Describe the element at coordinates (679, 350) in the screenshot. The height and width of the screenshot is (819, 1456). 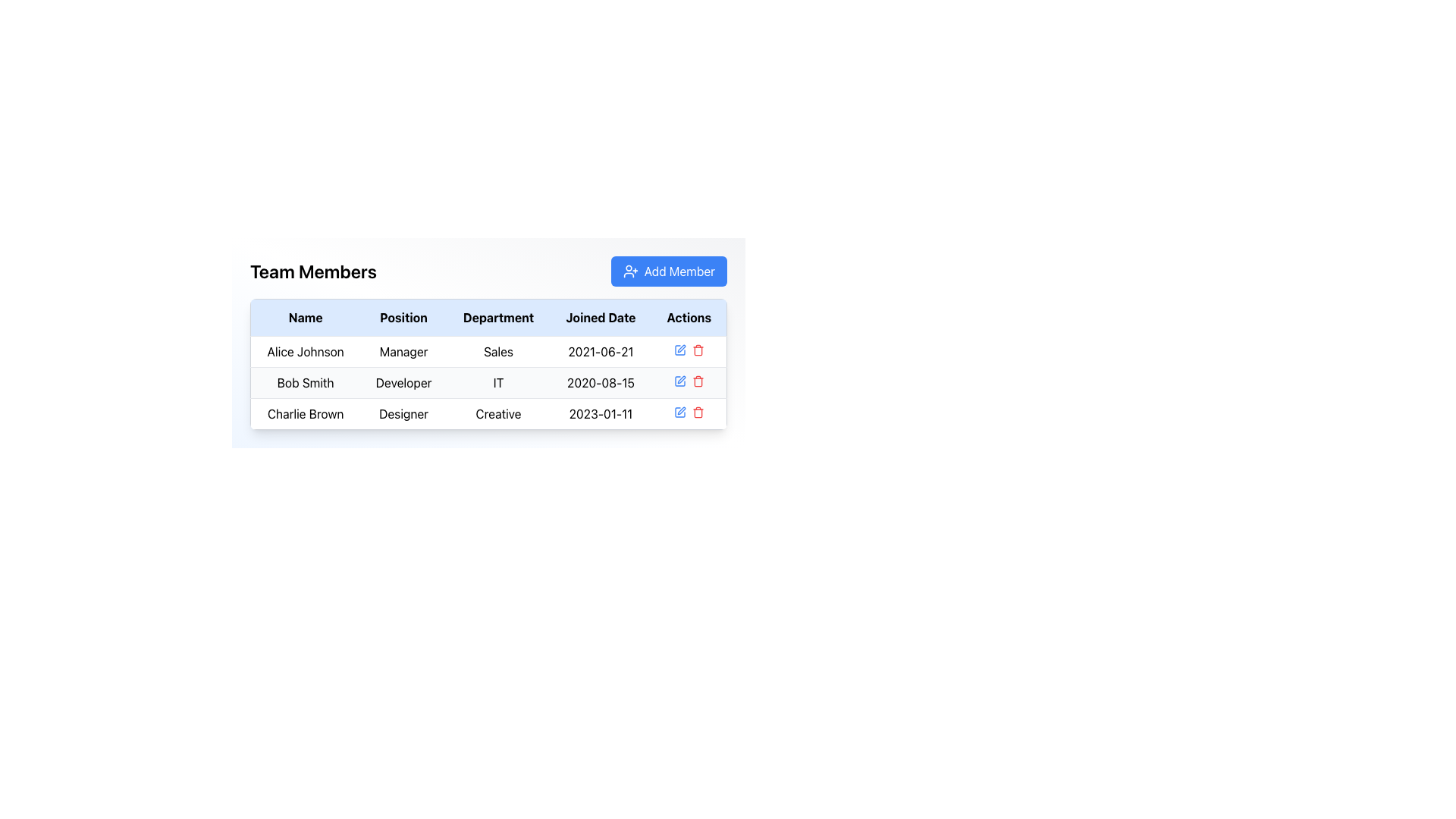
I see `the interactive blue pen icon located in the 'Actions' column of the first row of the table under 'Team Members', positioned to the left of the red trash icon` at that location.